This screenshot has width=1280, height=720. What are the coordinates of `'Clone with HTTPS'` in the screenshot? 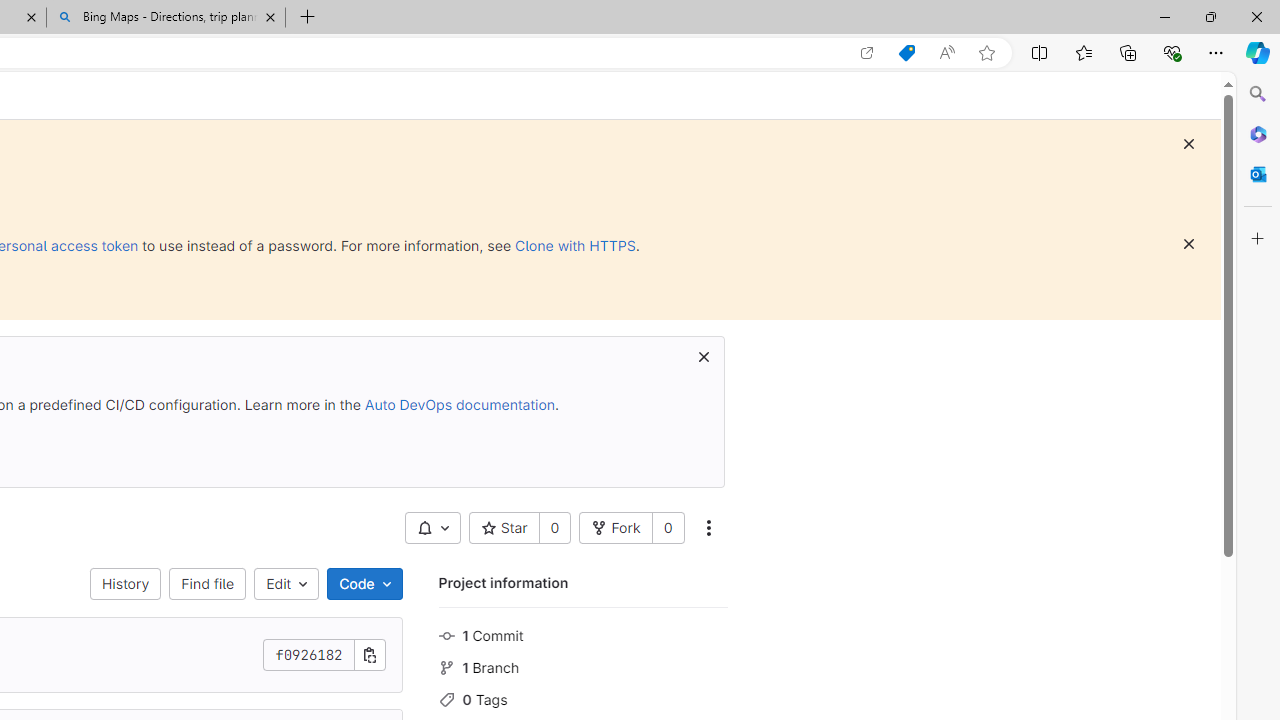 It's located at (574, 244).